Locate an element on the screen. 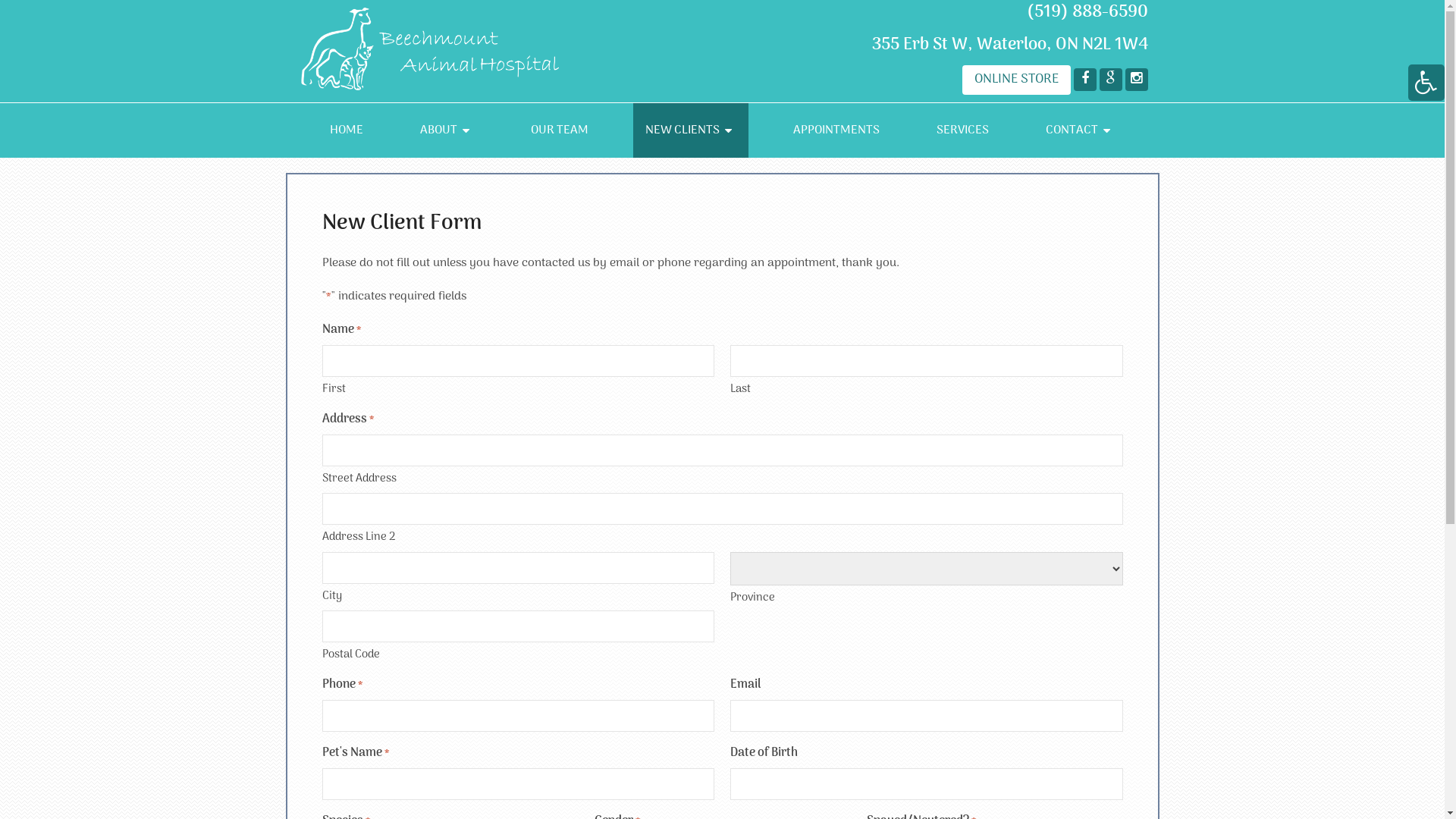 Image resolution: width=1456 pixels, height=819 pixels. 'APPOINTMENTS' is located at coordinates (836, 130).